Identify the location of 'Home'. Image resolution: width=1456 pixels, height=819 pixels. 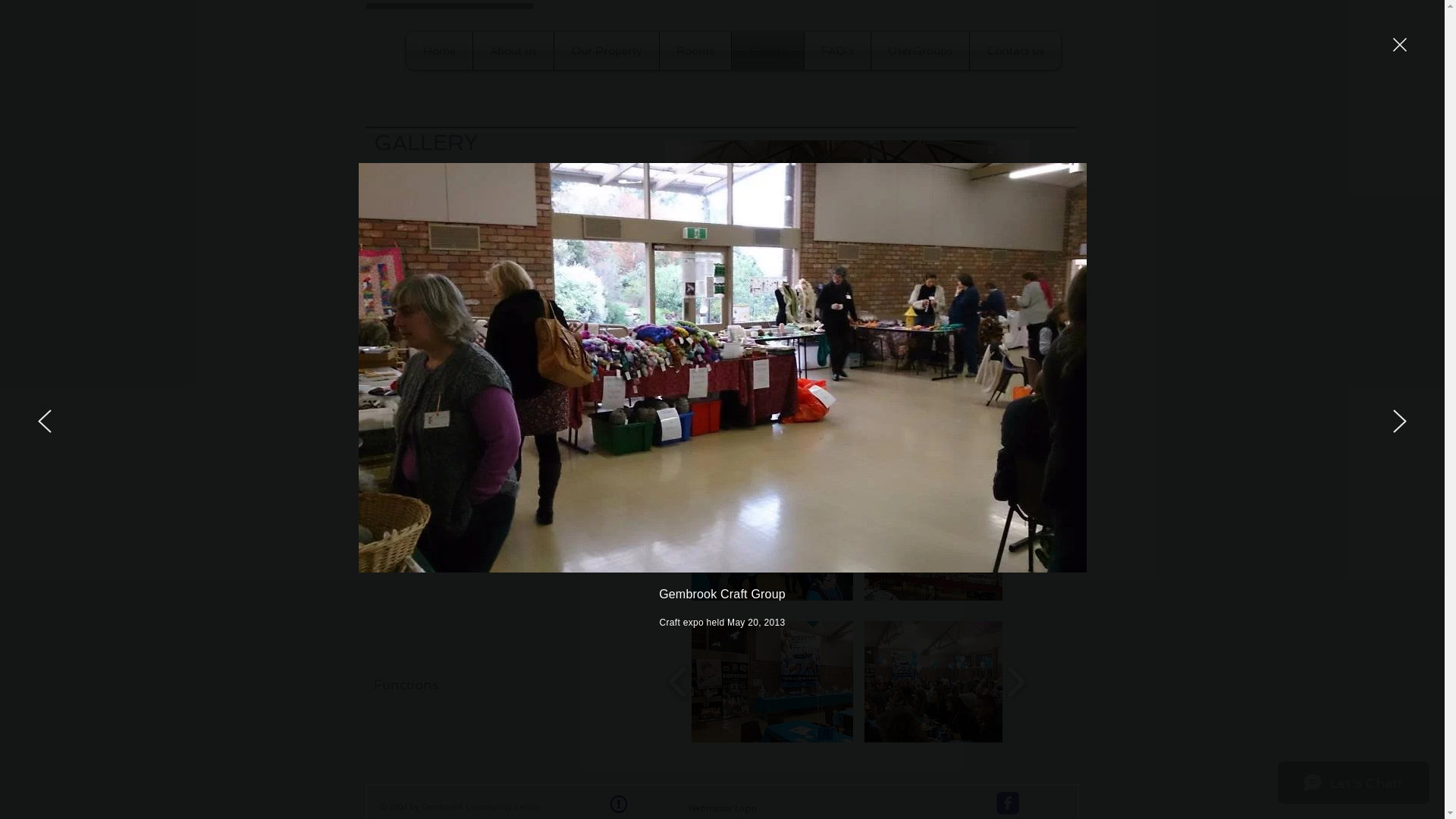
(438, 49).